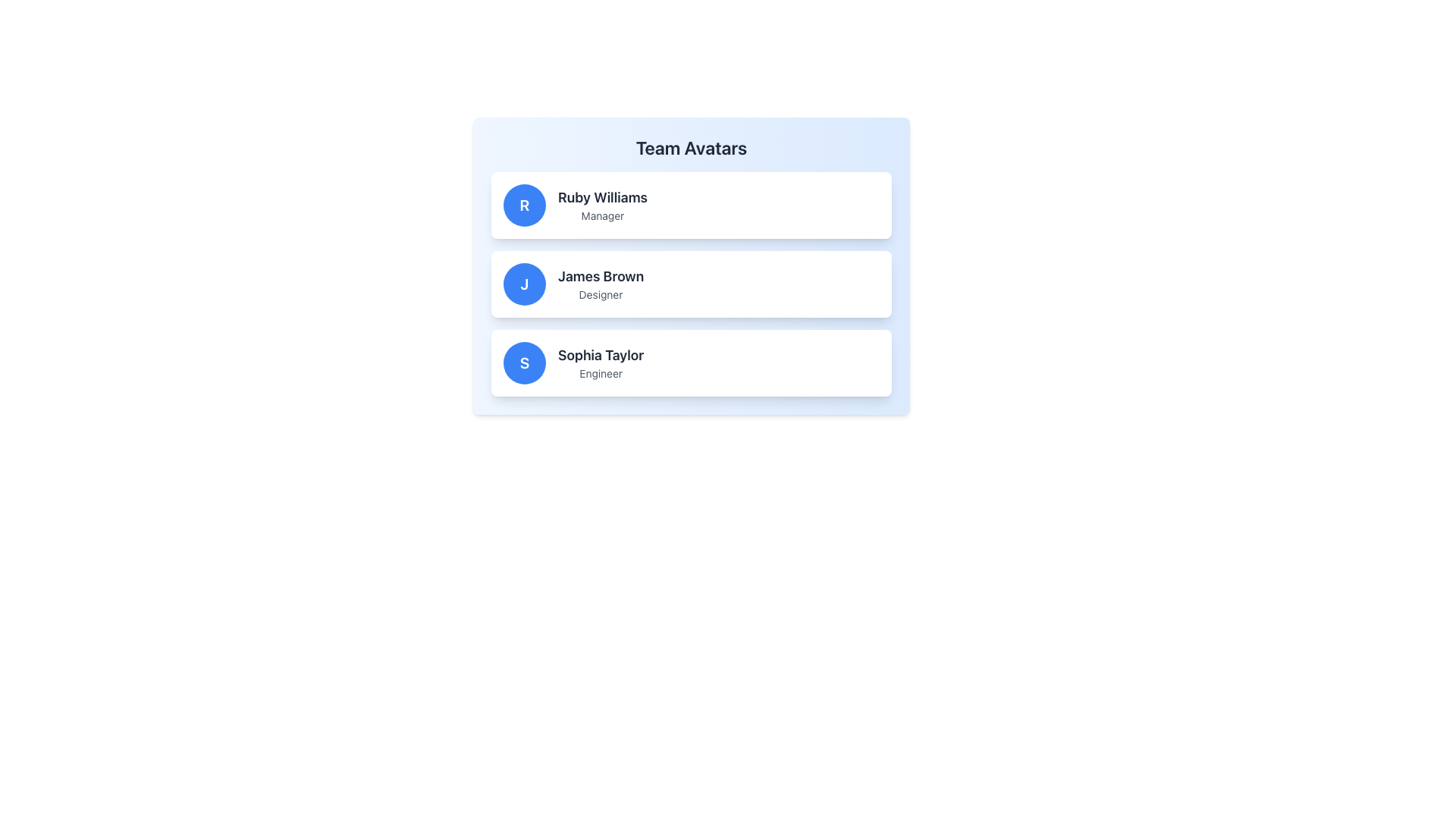 The image size is (1456, 819). I want to click on the Profile Card Component for 'Ruby Williams', which is the first card, so click(691, 205).